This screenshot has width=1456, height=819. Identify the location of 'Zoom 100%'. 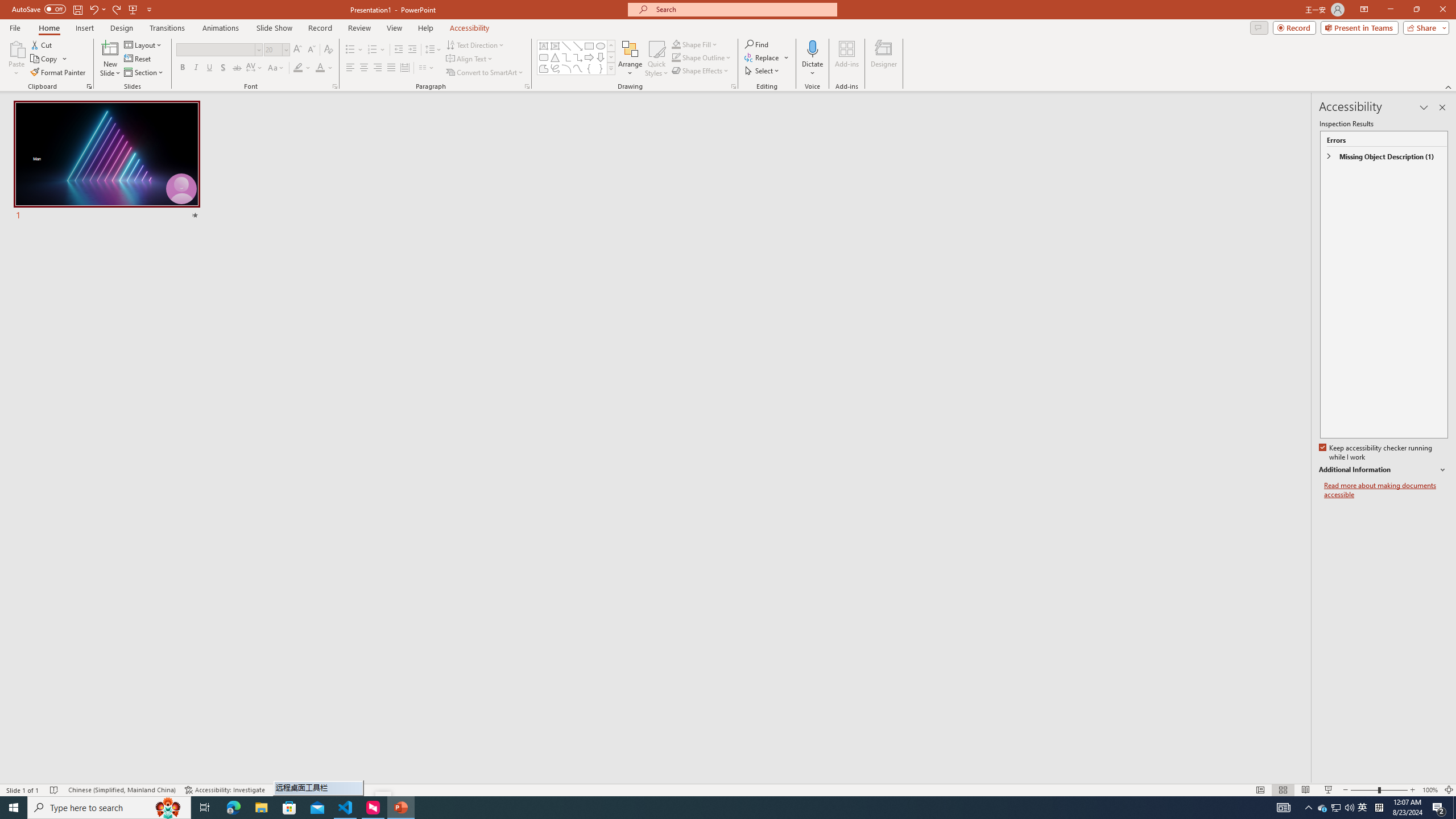
(1430, 790).